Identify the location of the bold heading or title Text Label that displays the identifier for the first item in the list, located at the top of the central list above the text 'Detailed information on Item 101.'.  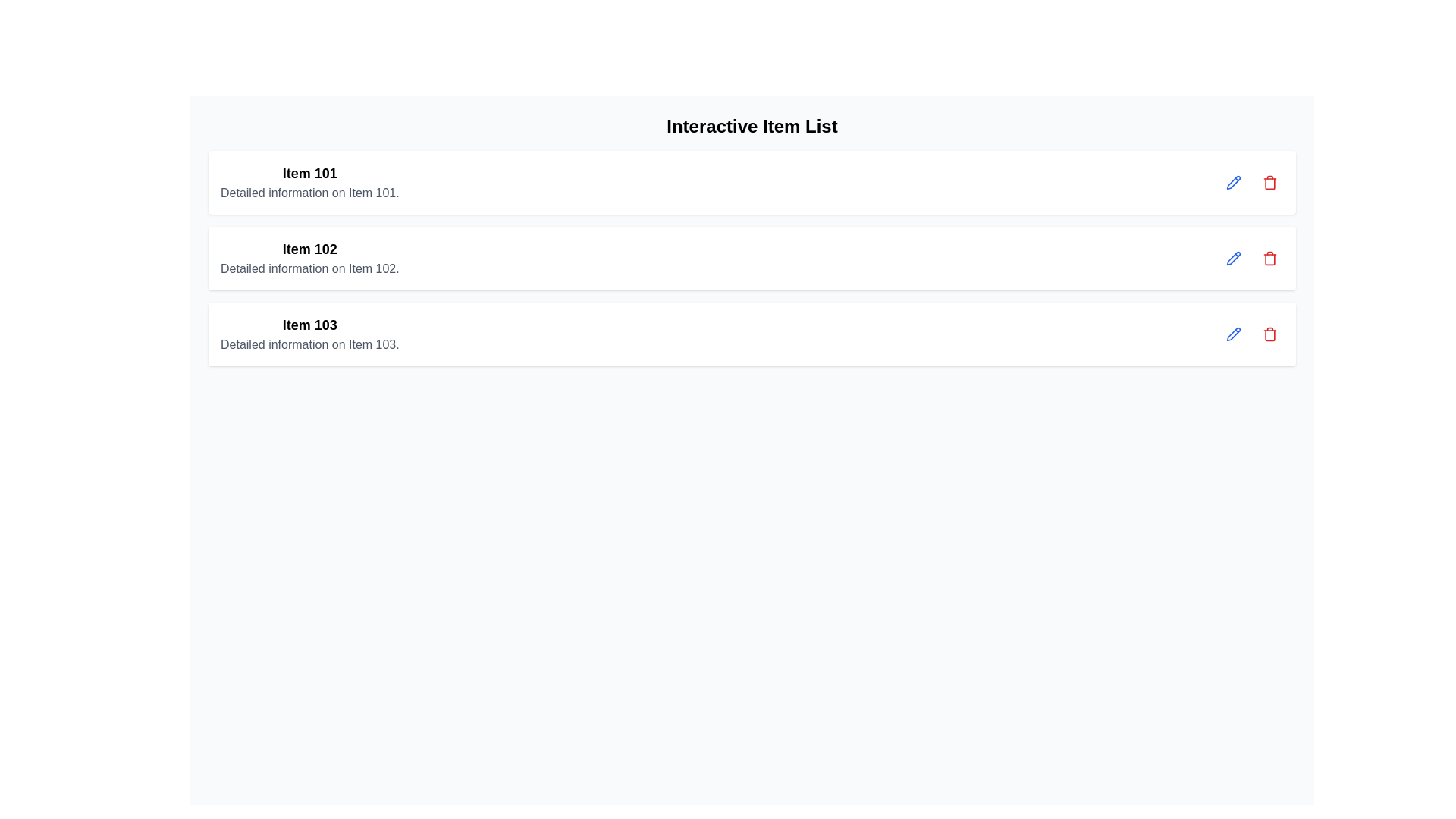
(309, 172).